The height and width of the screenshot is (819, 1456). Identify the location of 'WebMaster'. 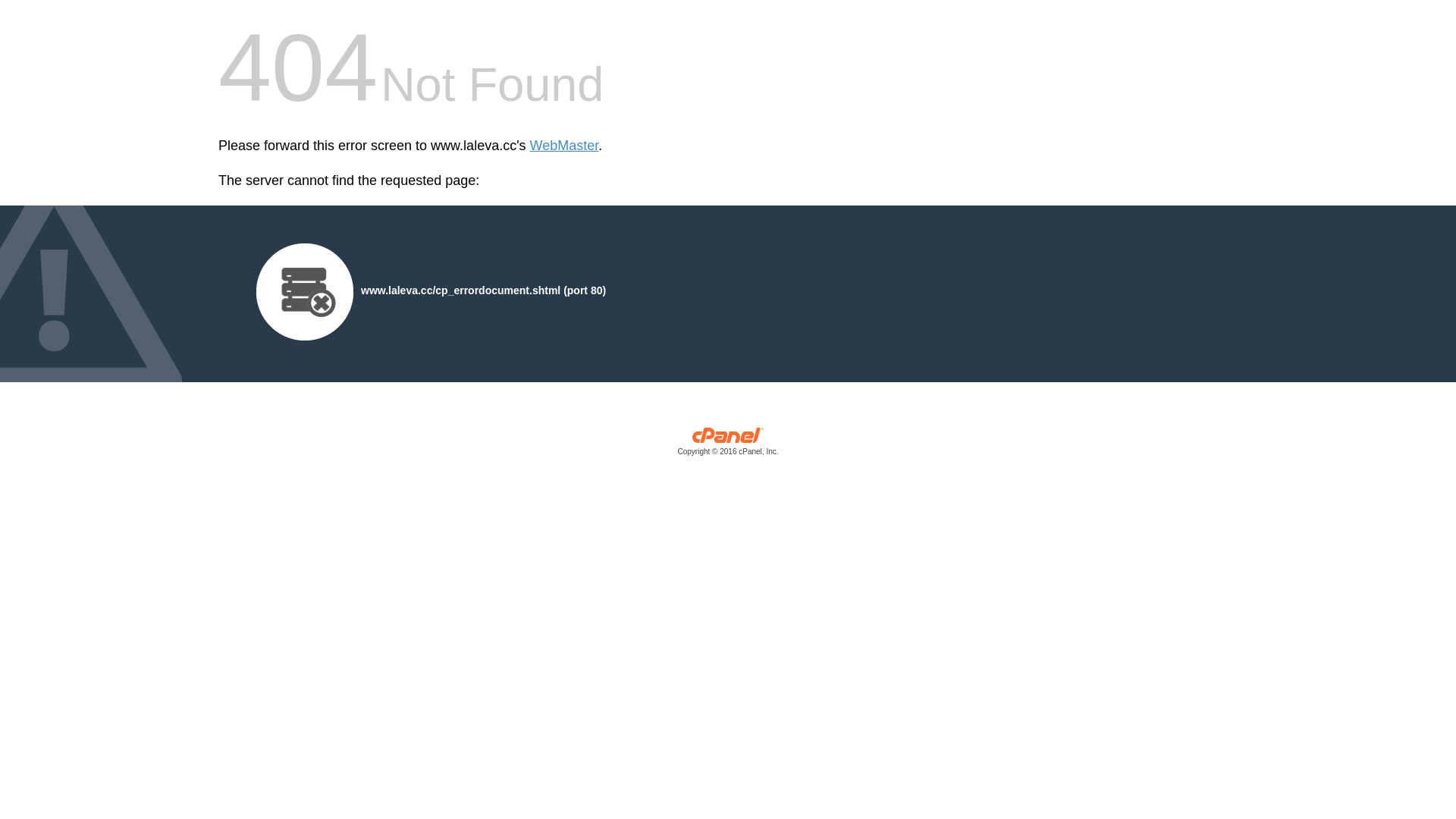
(563, 146).